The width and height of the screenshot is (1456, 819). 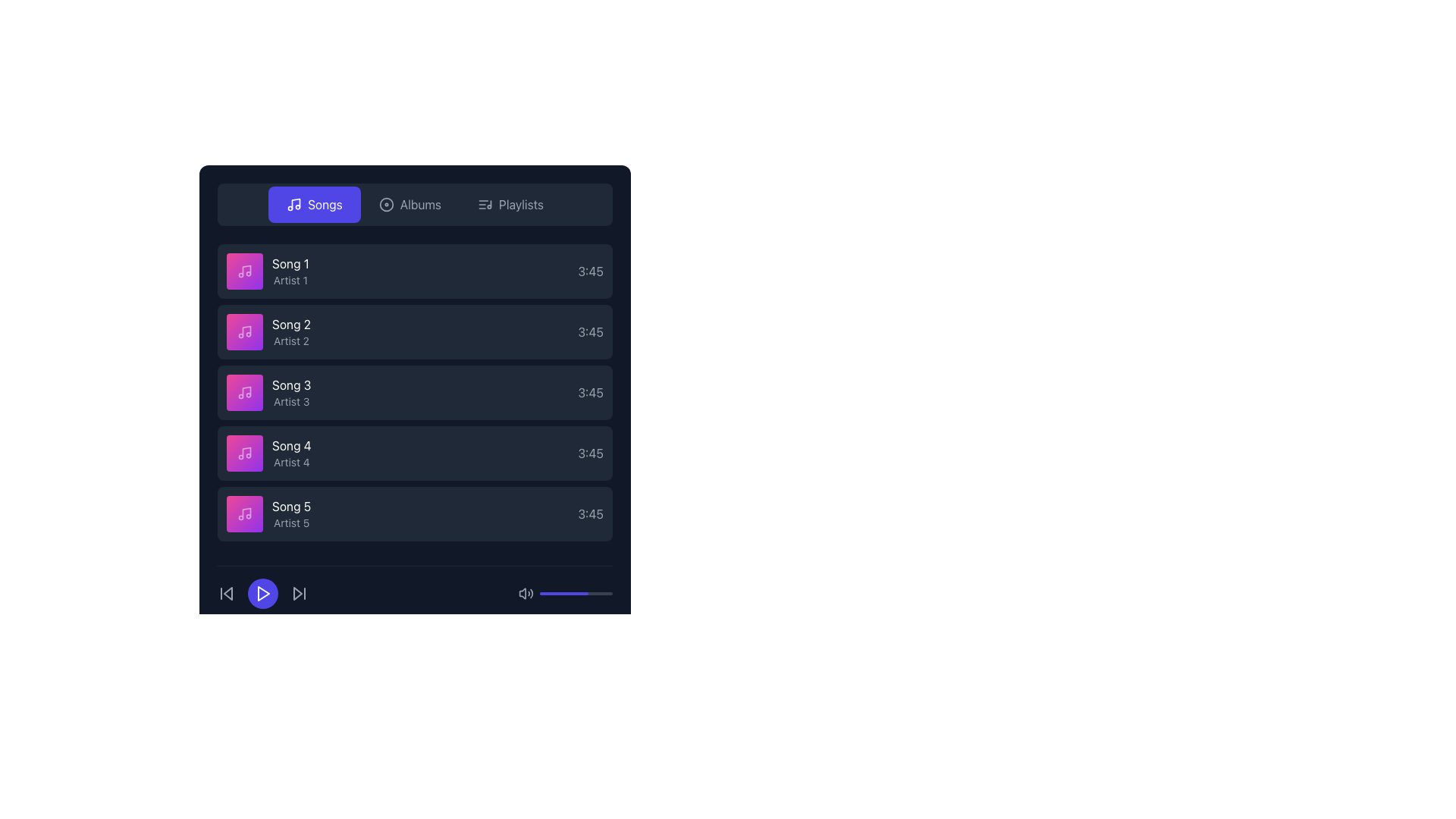 What do you see at coordinates (291, 452) in the screenshot?
I see `the list item containing 'Song 4' and 'Artist 4'` at bounding box center [291, 452].